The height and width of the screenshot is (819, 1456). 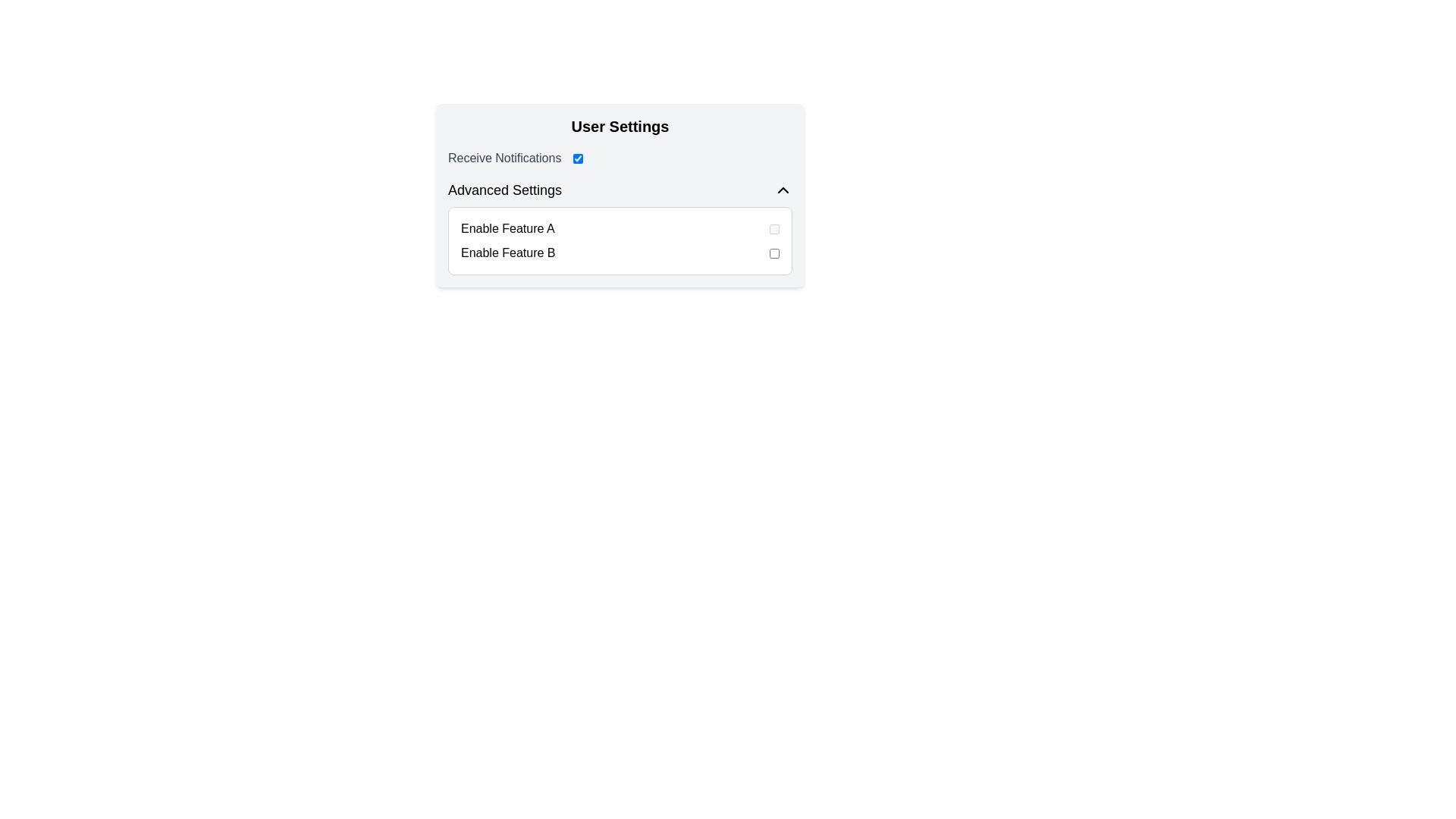 What do you see at coordinates (774, 228) in the screenshot?
I see `the toggle checkbox for 'Enable Feature A' located in the 'Advanced Settings' section of the 'User Settings' interface to potentially display a tooltip` at bounding box center [774, 228].